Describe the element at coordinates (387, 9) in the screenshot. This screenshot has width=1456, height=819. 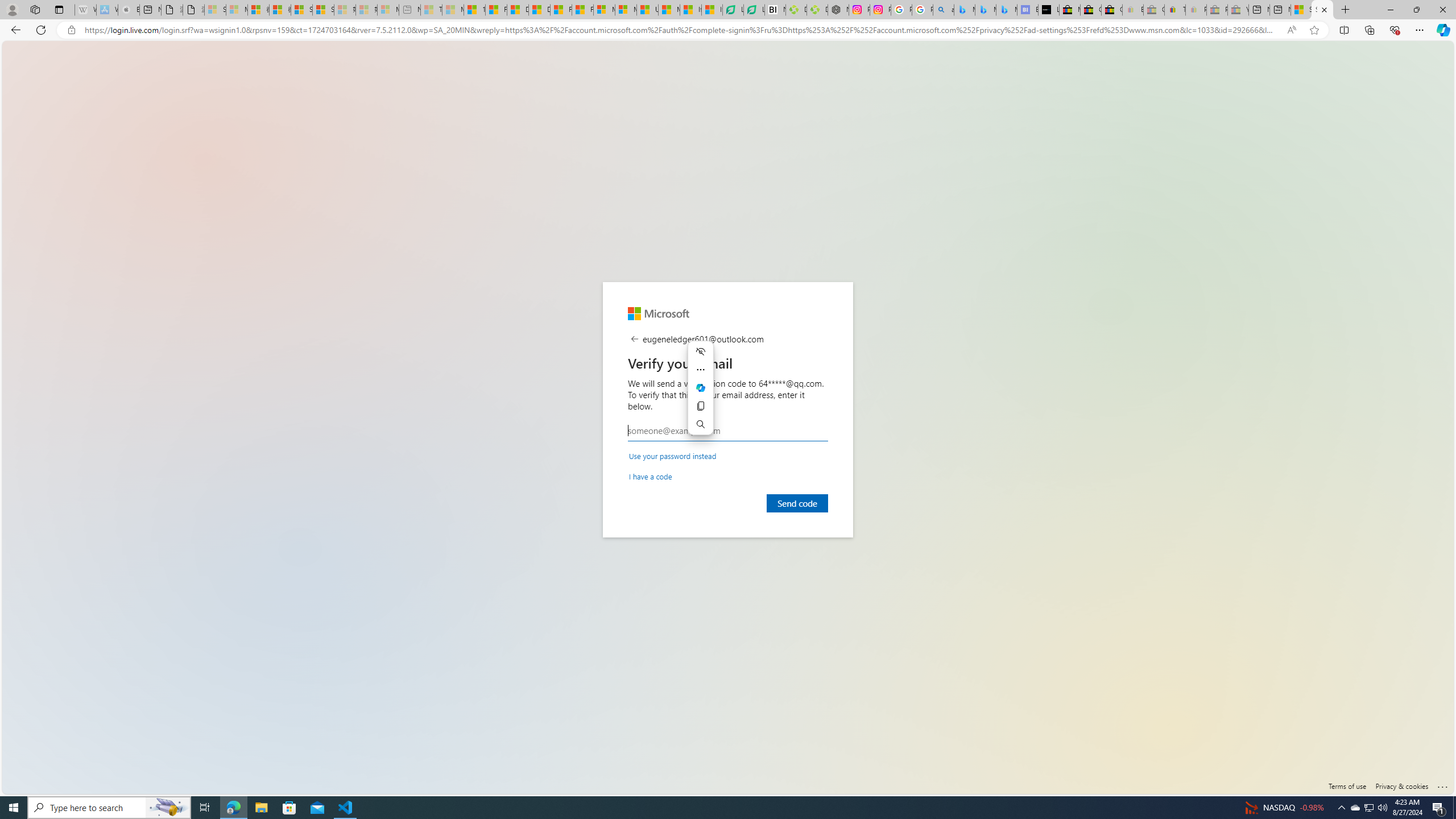
I see `'Microsoft account | Account Checkup - Sleeping'` at that location.